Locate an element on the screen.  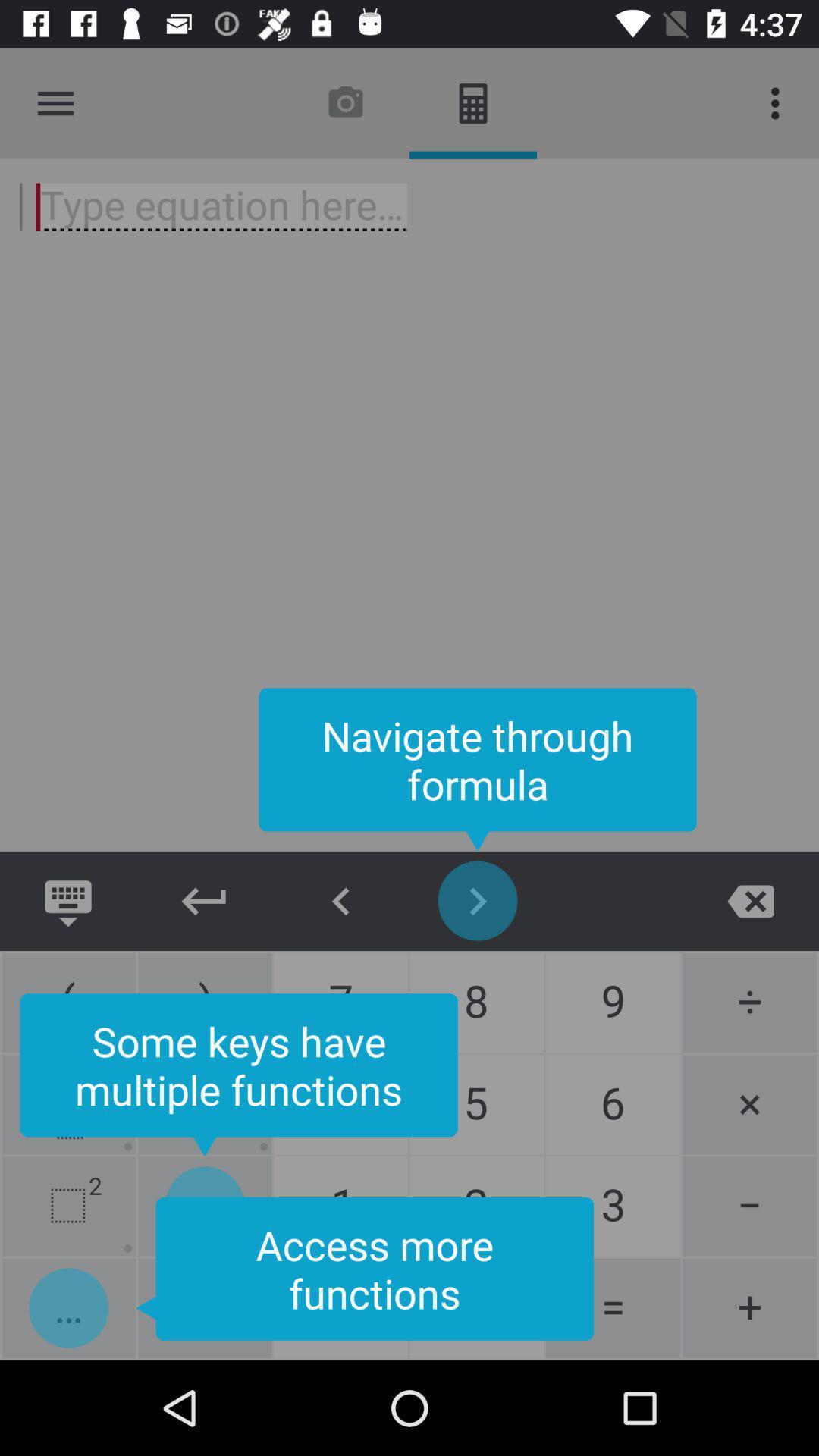
icon below the navigate through formula item is located at coordinates (205, 901).